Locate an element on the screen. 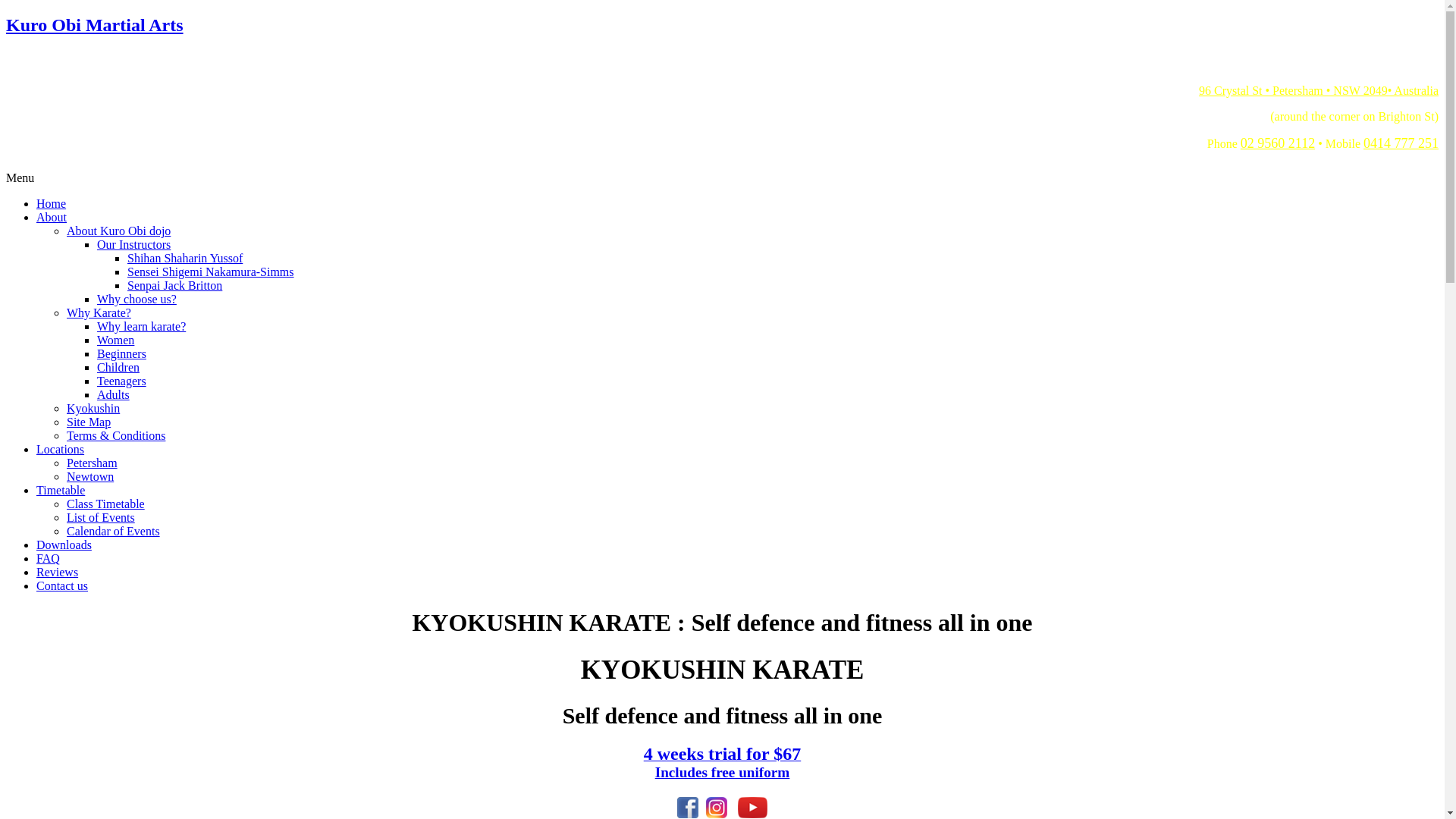 The height and width of the screenshot is (819, 1456). 'List of Events' is located at coordinates (100, 516).